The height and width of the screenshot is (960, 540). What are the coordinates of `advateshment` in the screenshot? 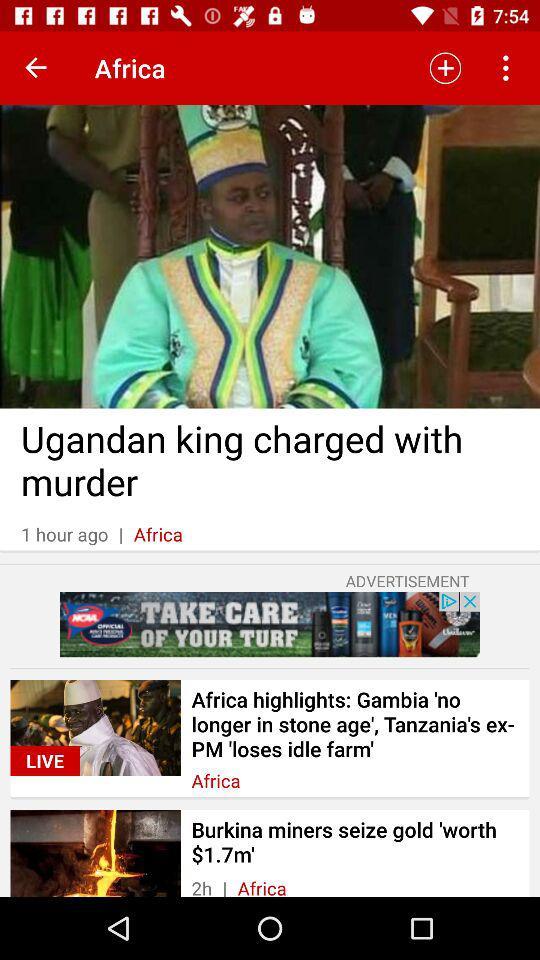 It's located at (270, 623).